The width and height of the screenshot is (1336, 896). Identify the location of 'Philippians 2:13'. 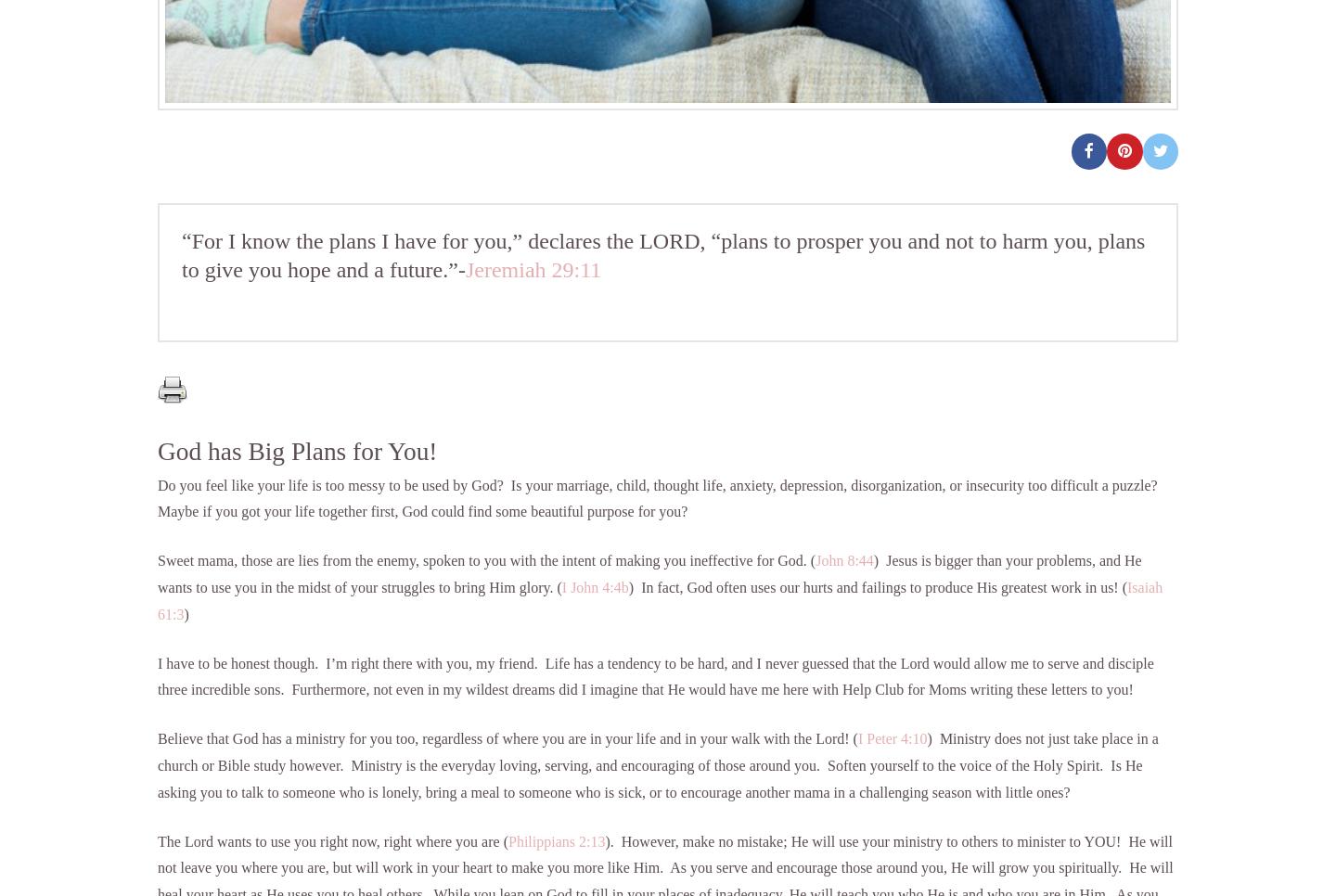
(507, 839).